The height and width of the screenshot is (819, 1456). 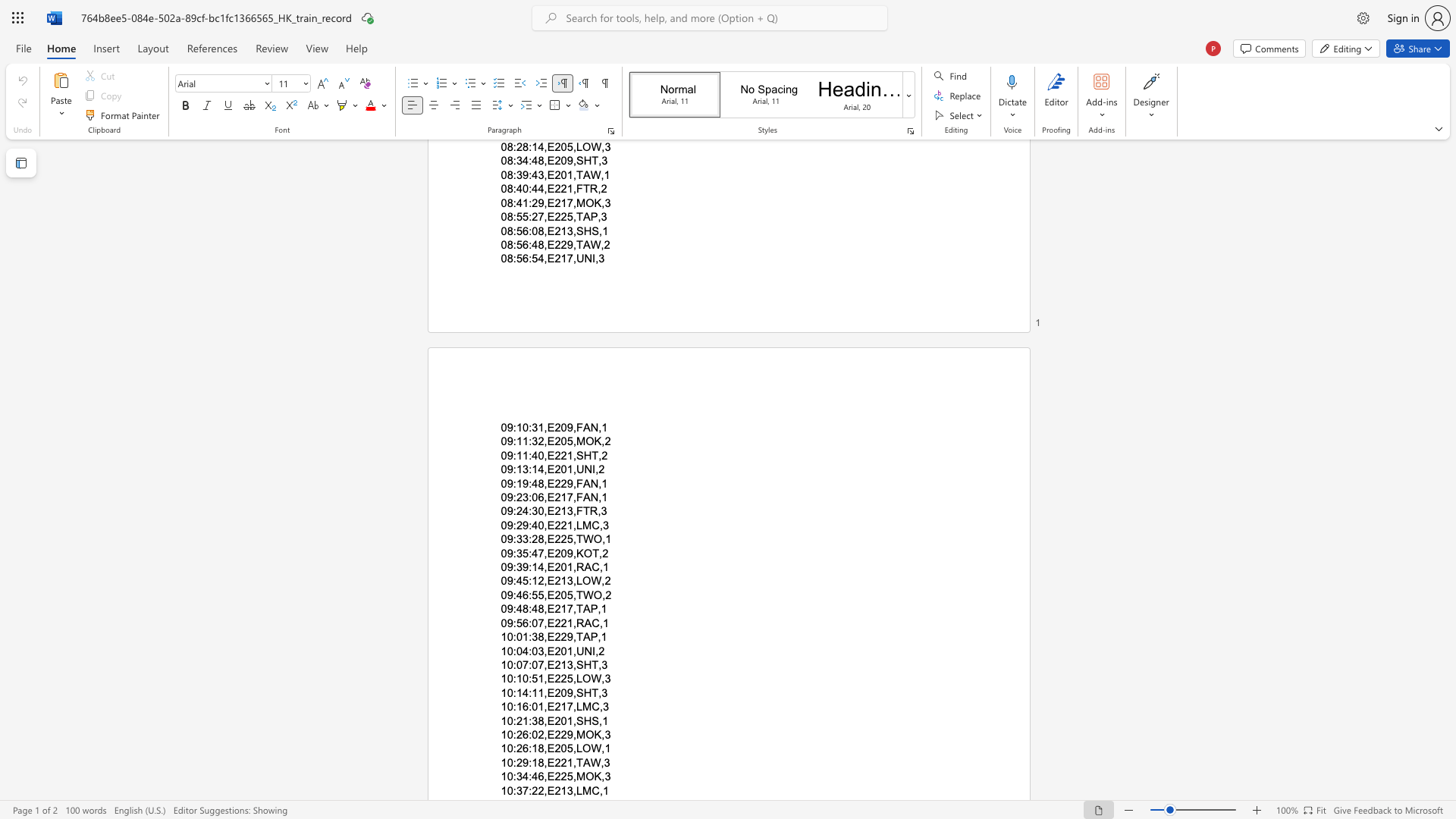 I want to click on the subset text "6:02,E229,M" within the text "10:26:02,E229,MOK,3", so click(x=522, y=733).